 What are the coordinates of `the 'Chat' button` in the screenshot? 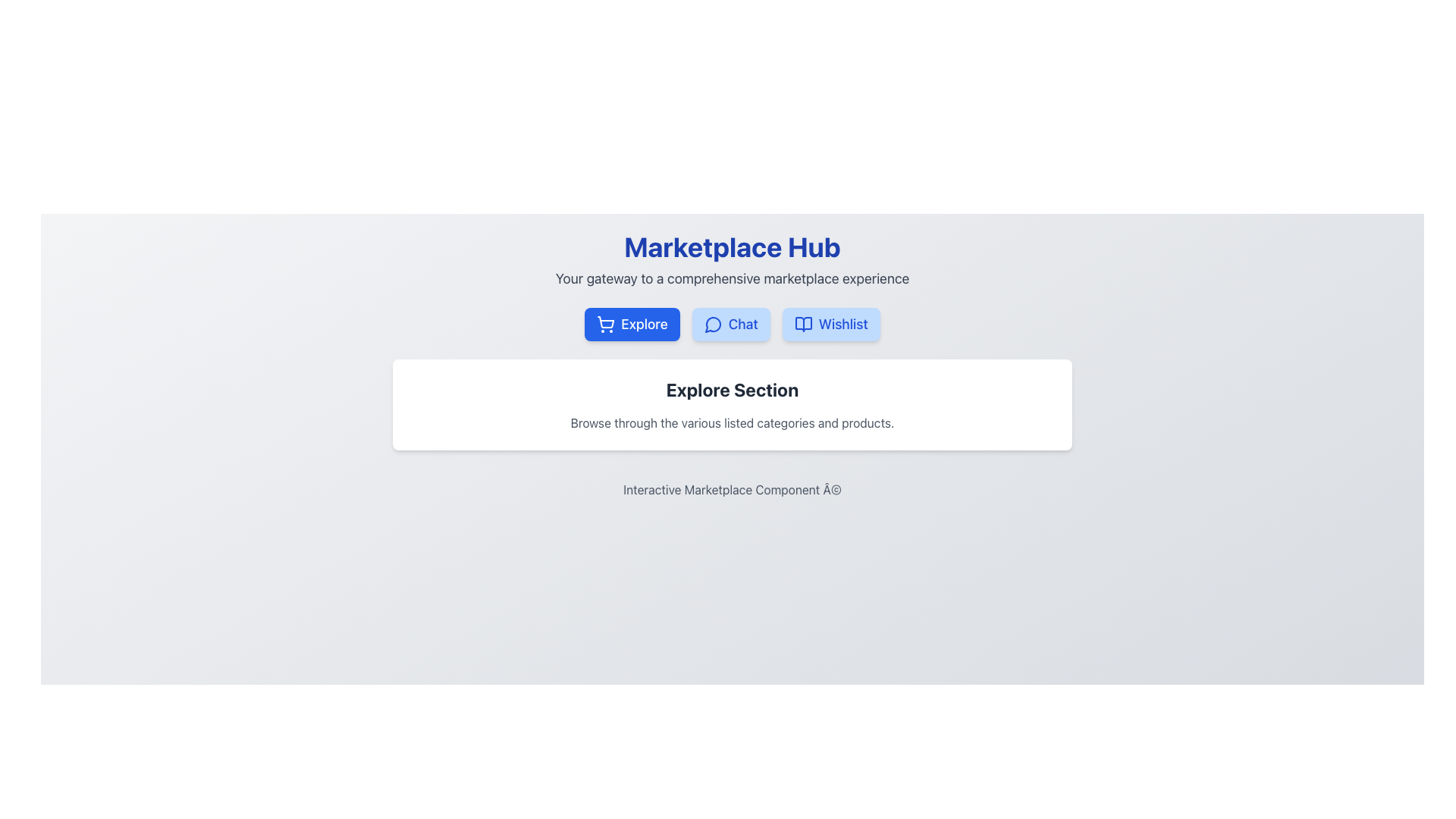 It's located at (731, 324).